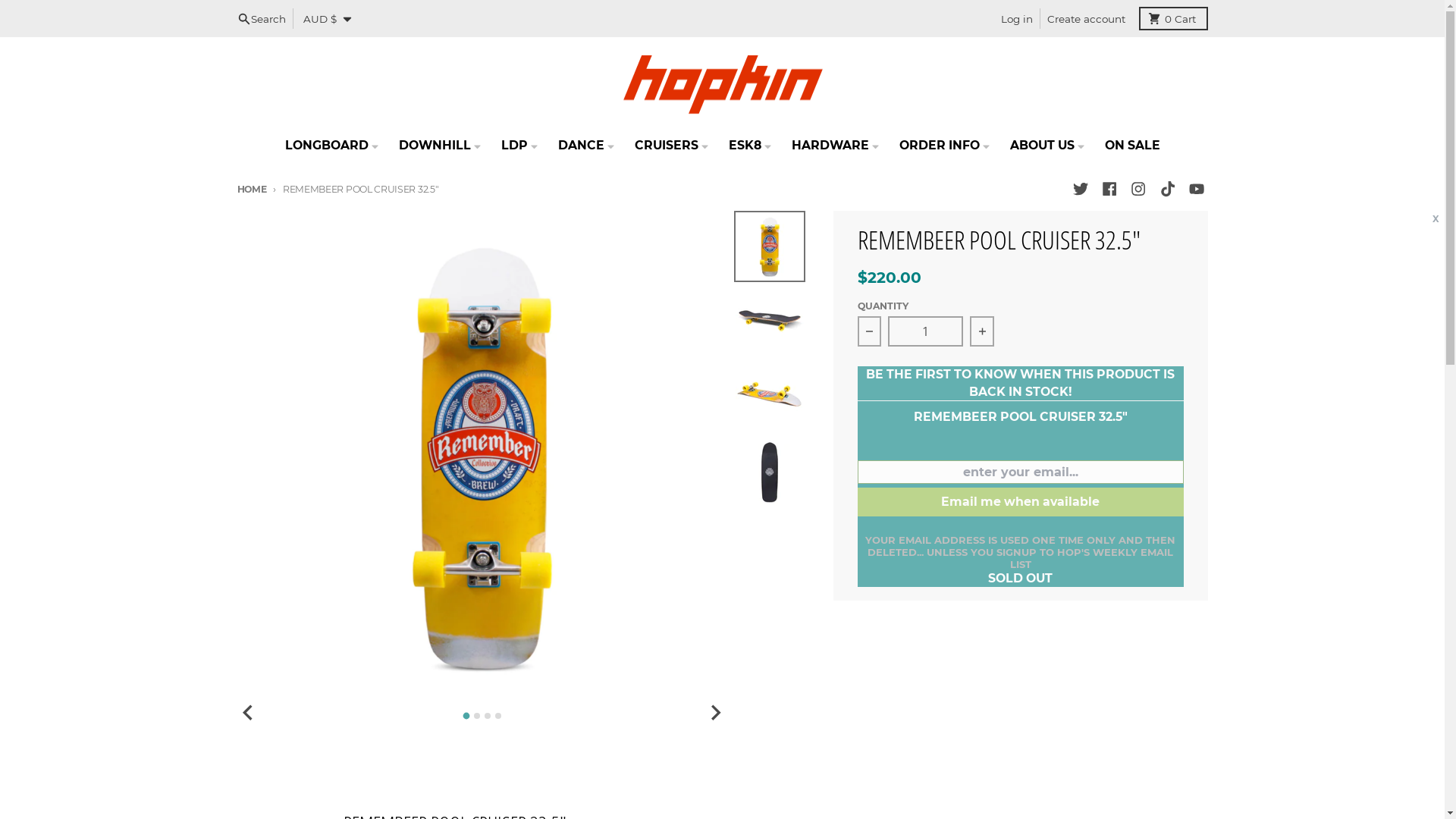  What do you see at coordinates (83, 14) in the screenshot?
I see `'Email when available'` at bounding box center [83, 14].